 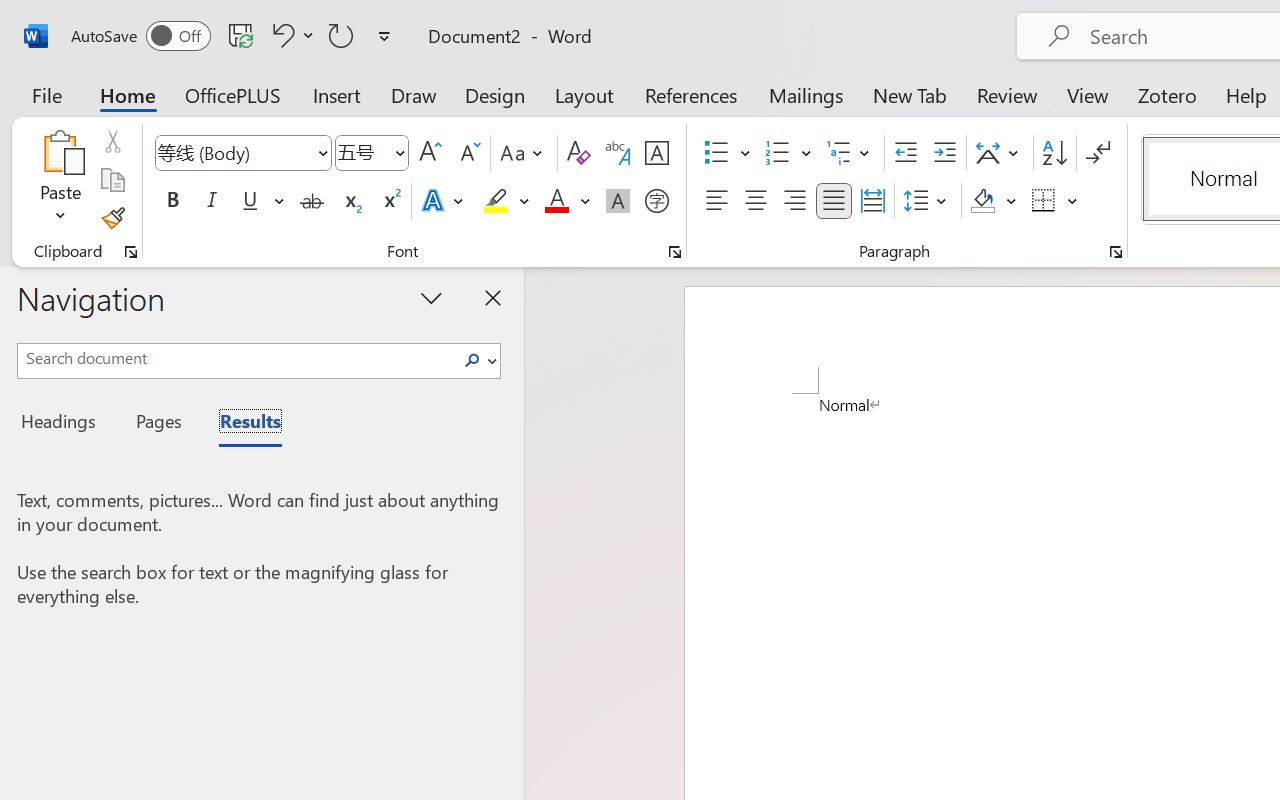 I want to click on 'Cut', so click(x=111, y=141).